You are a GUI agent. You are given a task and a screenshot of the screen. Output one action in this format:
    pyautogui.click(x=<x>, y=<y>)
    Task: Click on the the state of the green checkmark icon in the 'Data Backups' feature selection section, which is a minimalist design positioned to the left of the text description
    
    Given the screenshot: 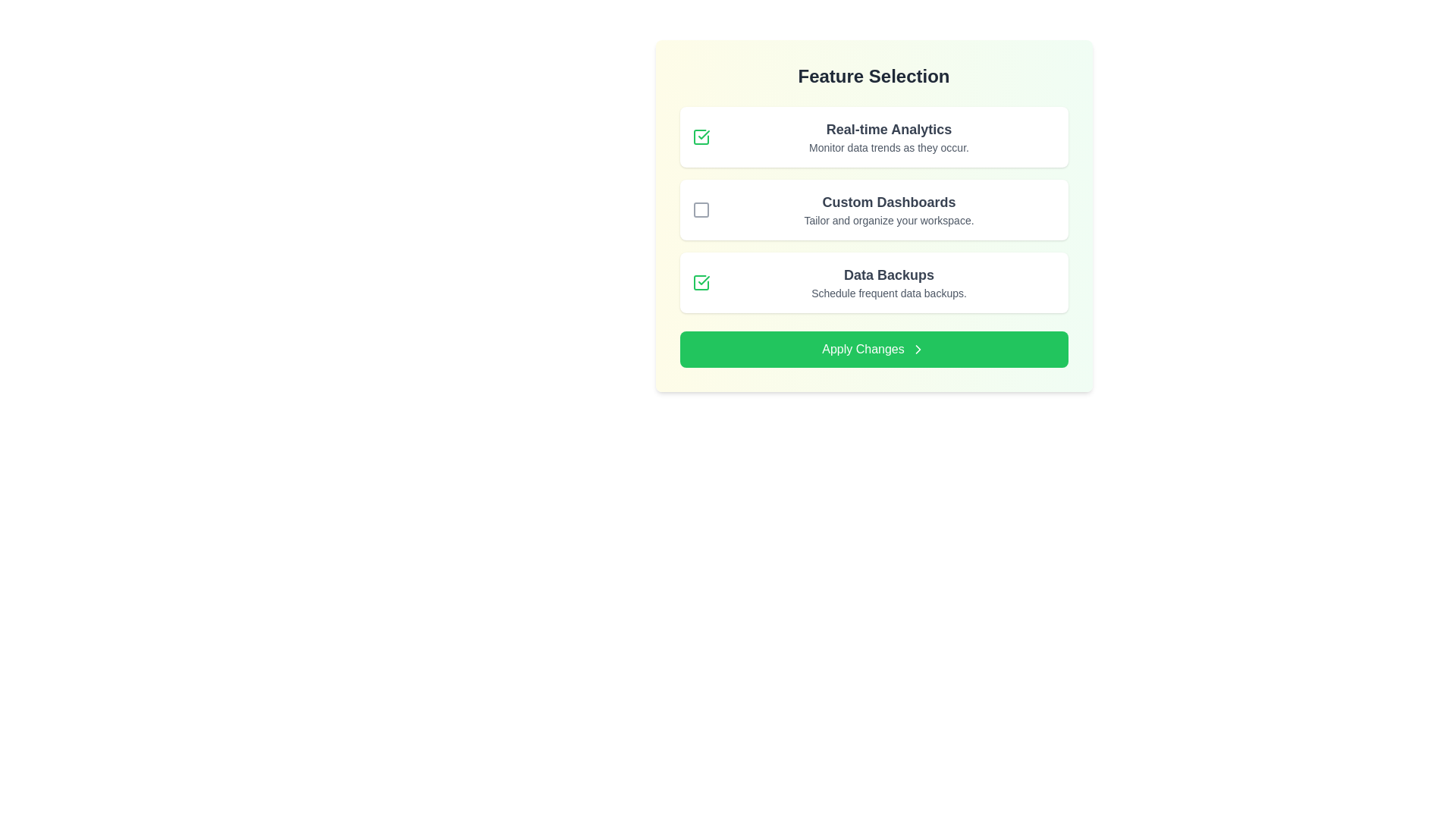 What is the action you would take?
    pyautogui.click(x=702, y=133)
    